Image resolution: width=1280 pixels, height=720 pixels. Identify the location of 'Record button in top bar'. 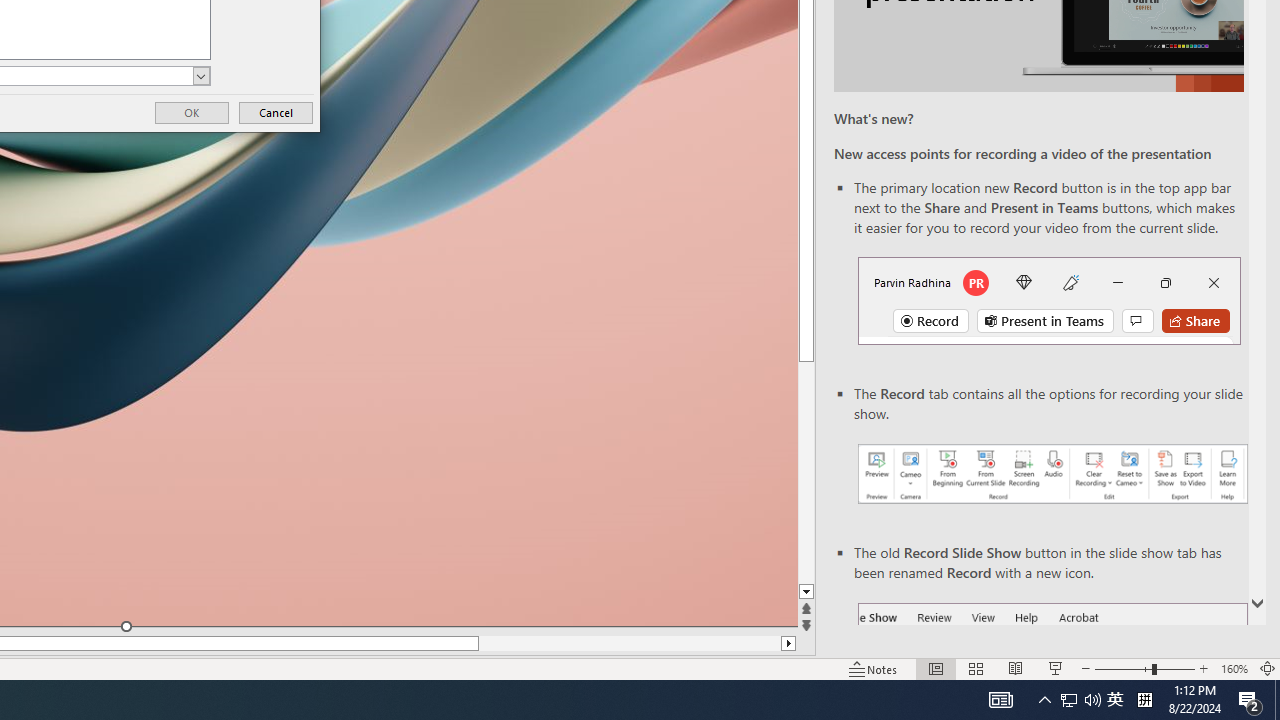
(1048, 300).